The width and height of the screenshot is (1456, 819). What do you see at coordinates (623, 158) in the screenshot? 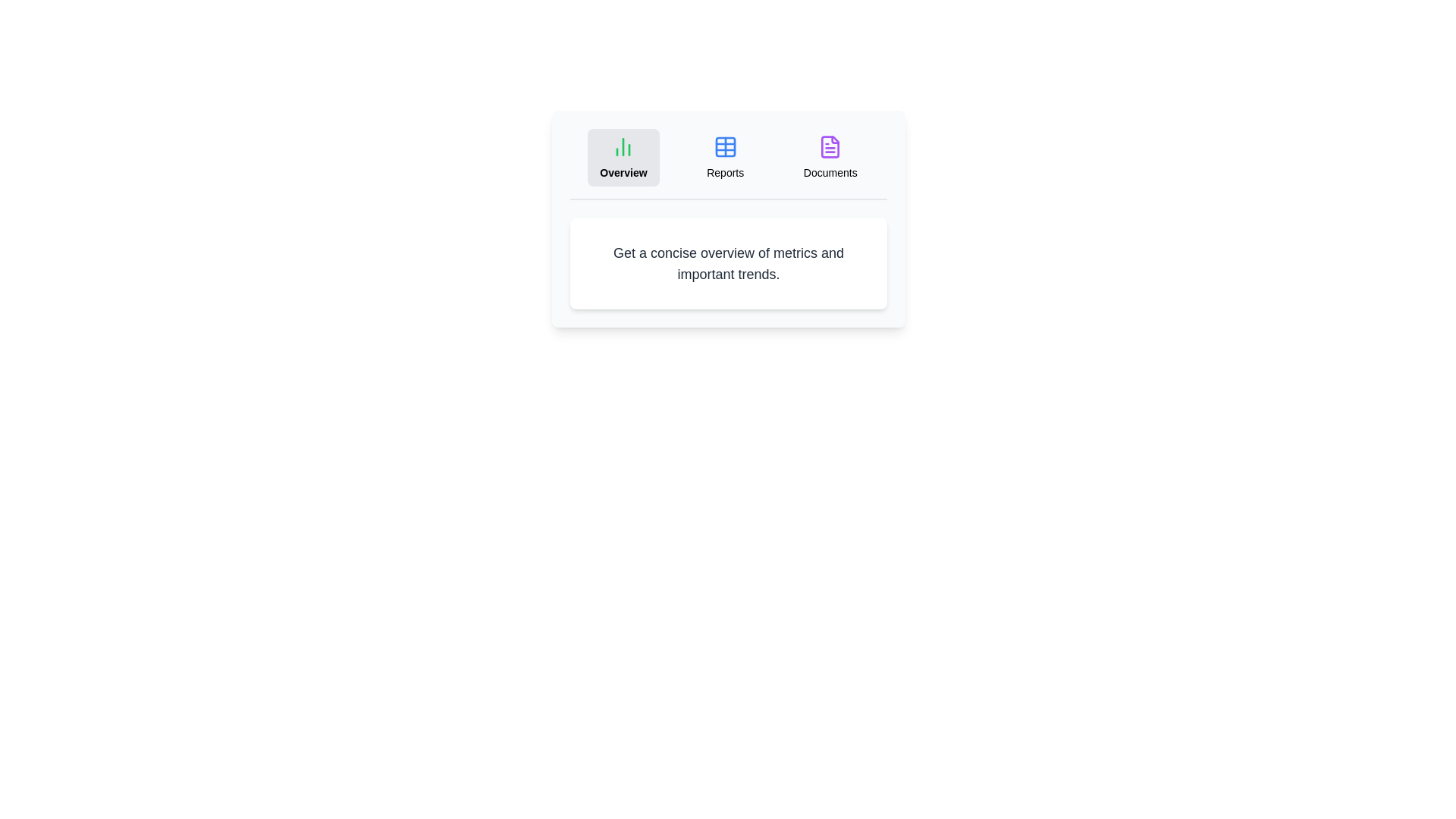
I see `the Overview tab button to switch to the corresponding tab` at bounding box center [623, 158].